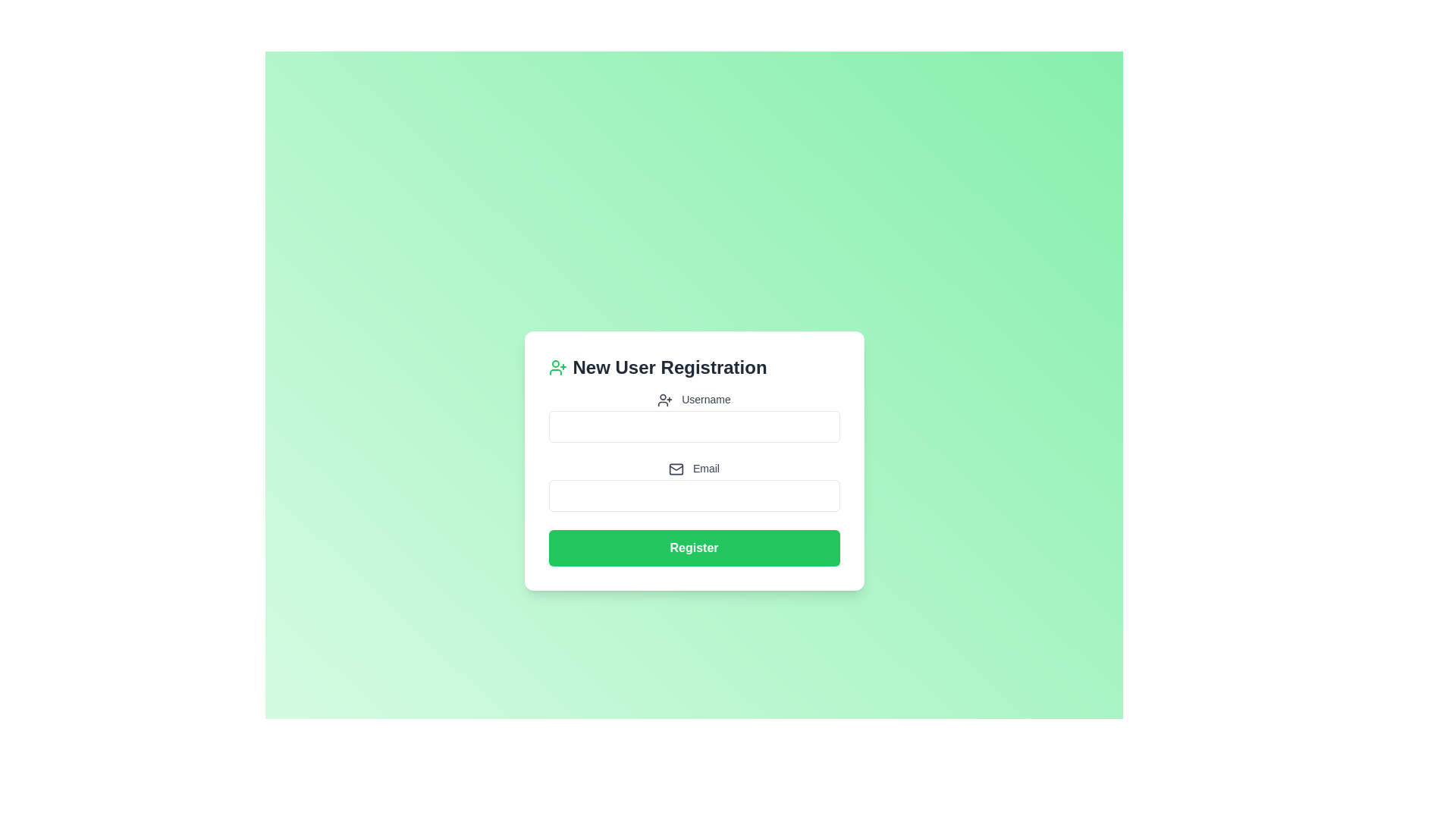 This screenshot has width=1456, height=819. I want to click on the email input field icon, which is visually associated with the label 'Email' and located to the left of it in the second row of the form, so click(676, 469).